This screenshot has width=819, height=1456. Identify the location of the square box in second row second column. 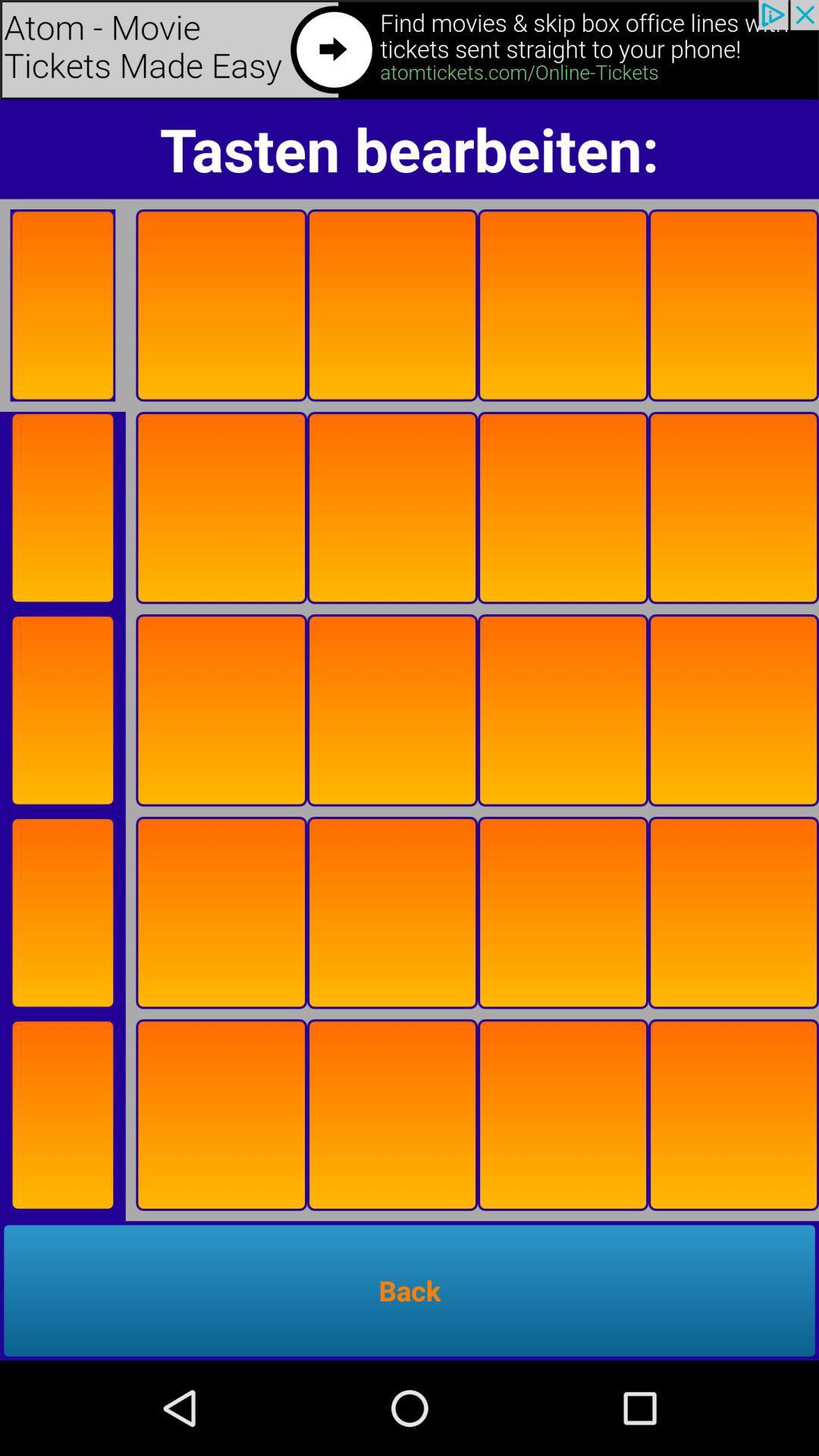
(391, 508).